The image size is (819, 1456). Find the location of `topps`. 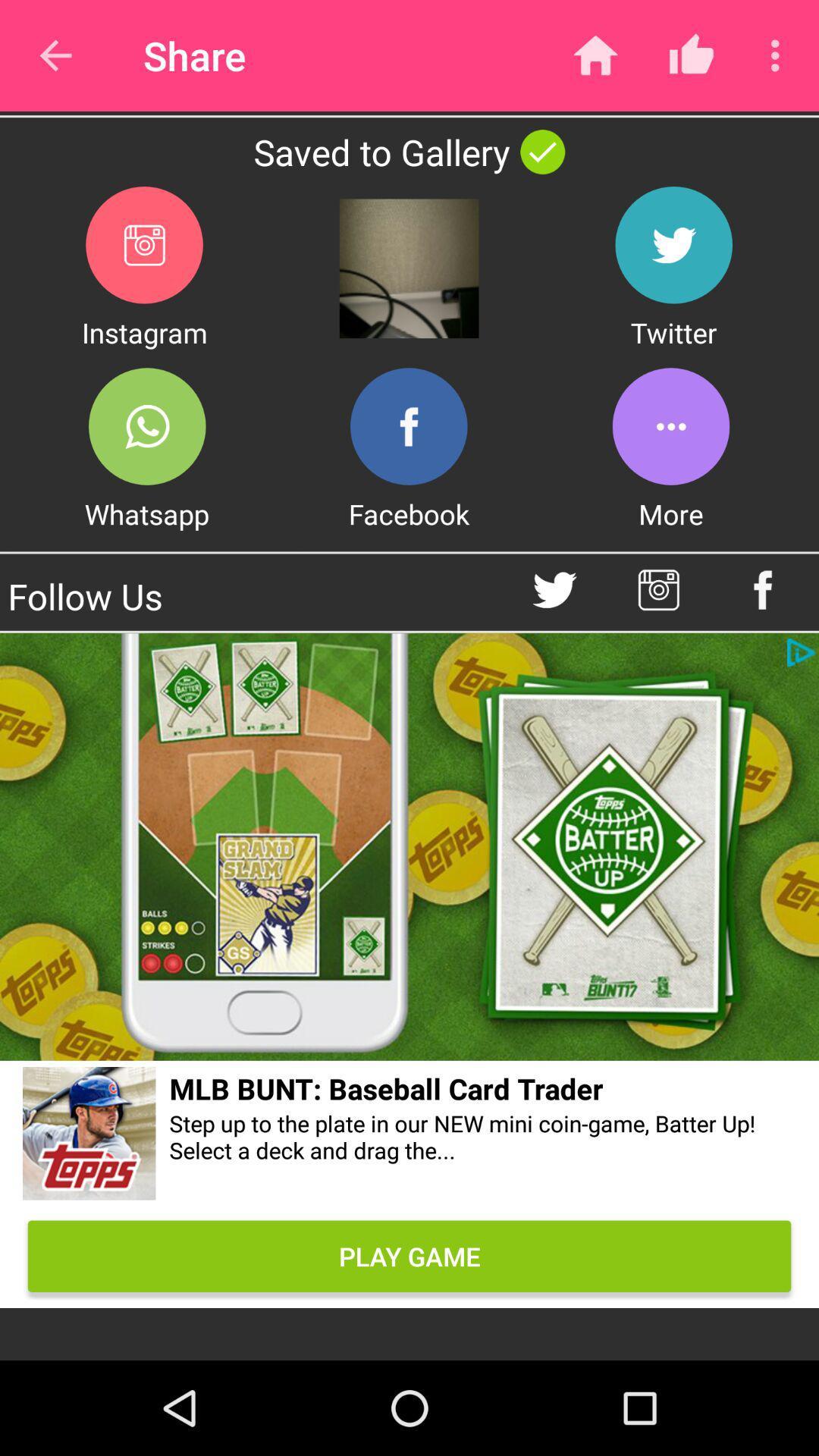

topps is located at coordinates (89, 1136).